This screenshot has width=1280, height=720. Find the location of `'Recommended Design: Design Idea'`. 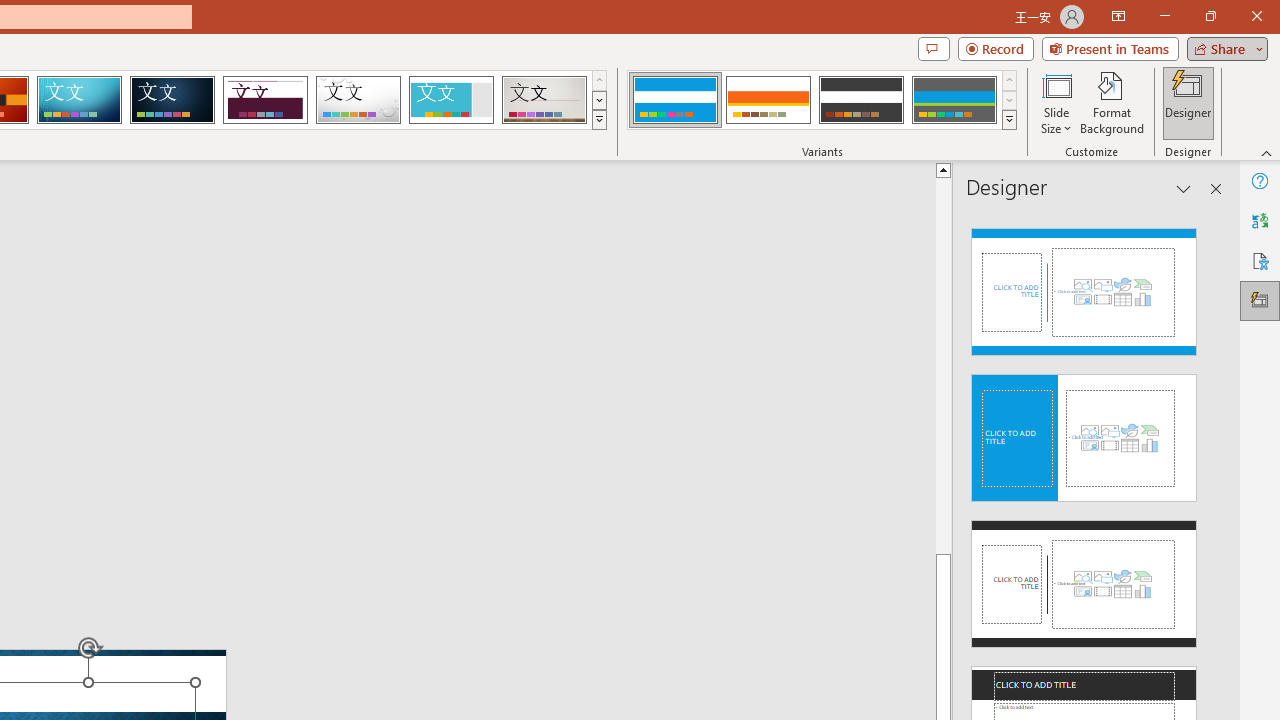

'Recommended Design: Design Idea' is located at coordinates (1083, 286).